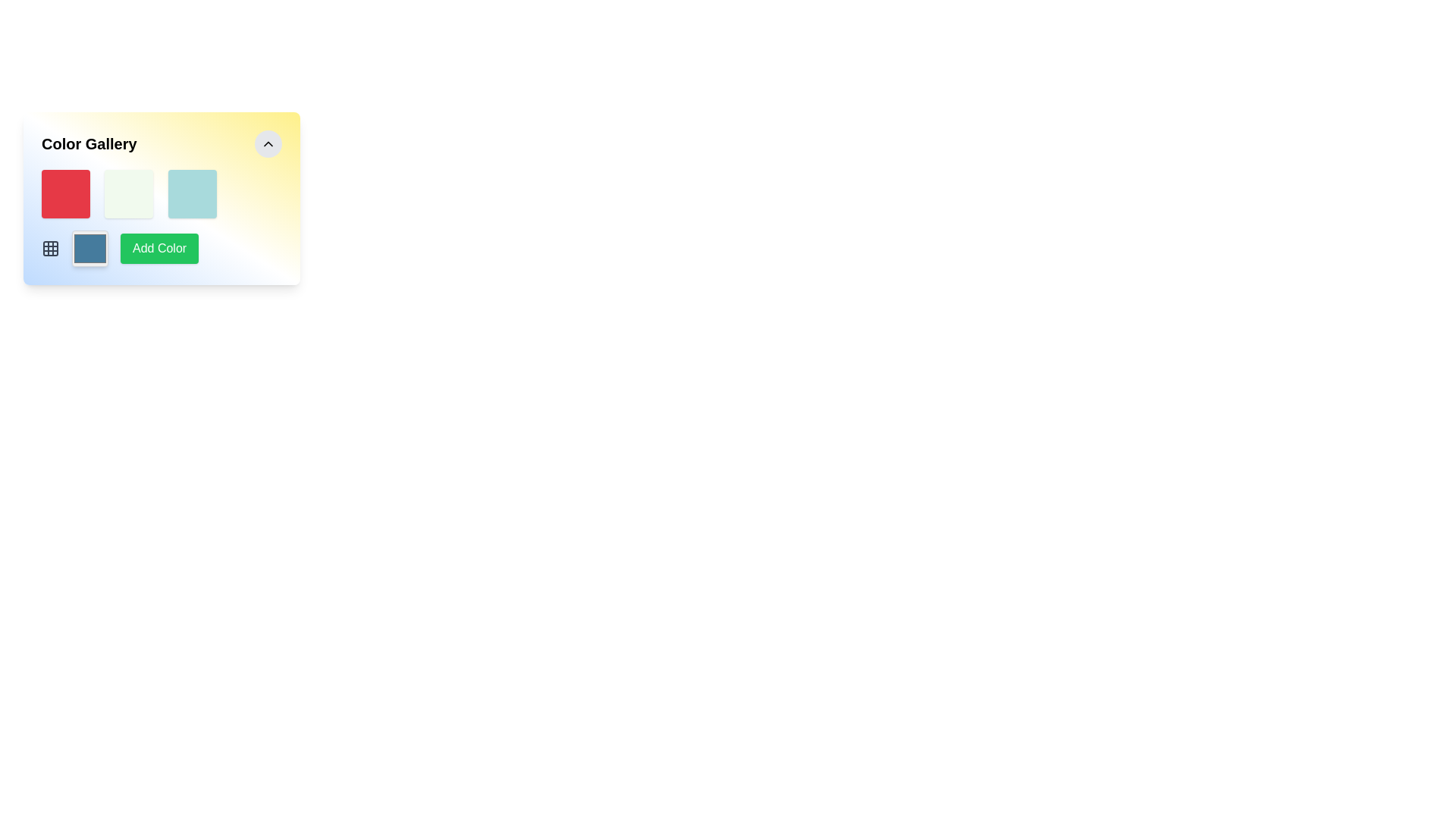 The height and width of the screenshot is (819, 1456). Describe the element at coordinates (51, 247) in the screenshot. I see `the grid configuration icon, which is a gray grid-like icon with three rows and three columns, located below the 'Add Color' button` at that location.